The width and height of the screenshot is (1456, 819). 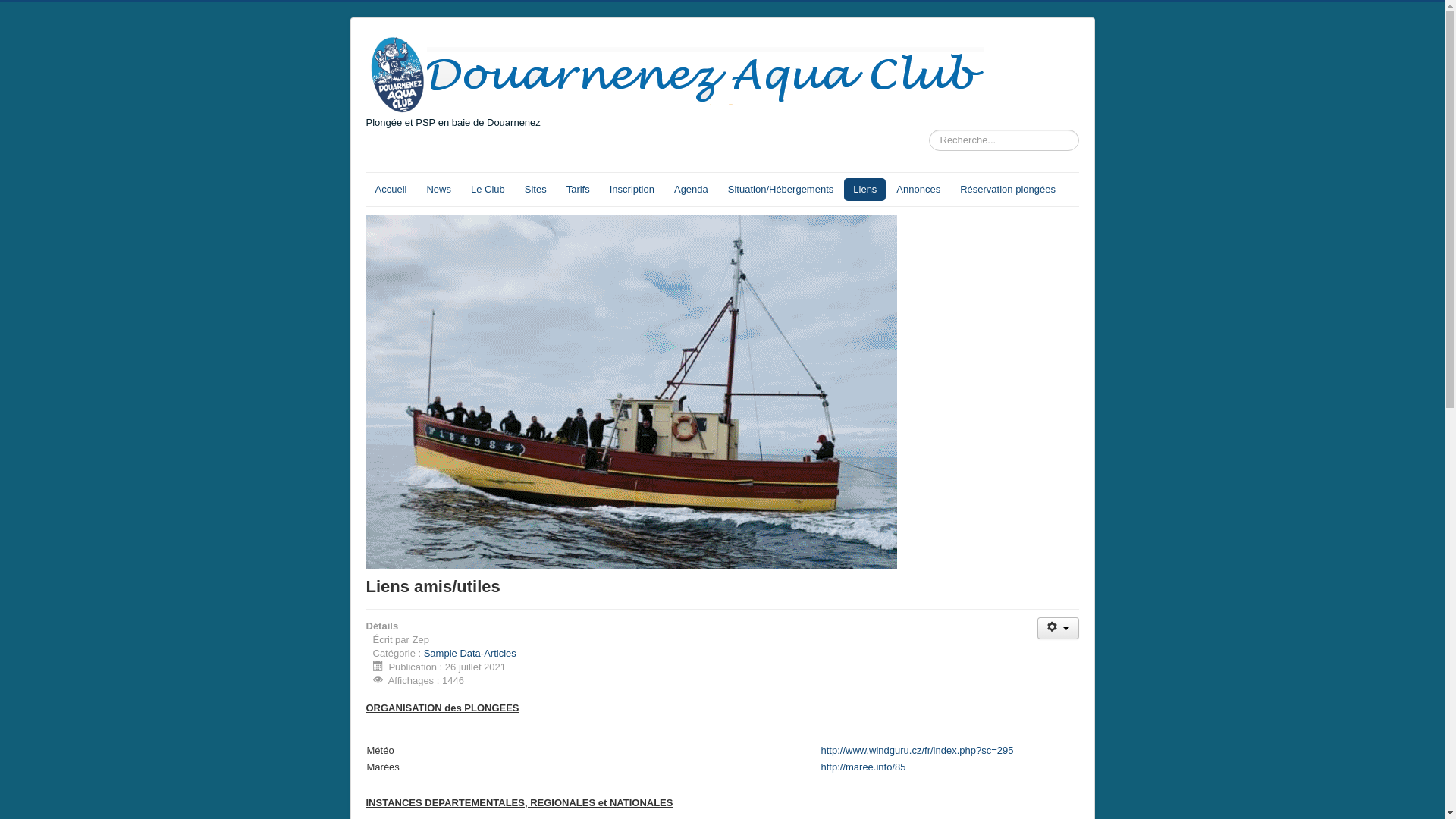 What do you see at coordinates (438, 189) in the screenshot?
I see `'News'` at bounding box center [438, 189].